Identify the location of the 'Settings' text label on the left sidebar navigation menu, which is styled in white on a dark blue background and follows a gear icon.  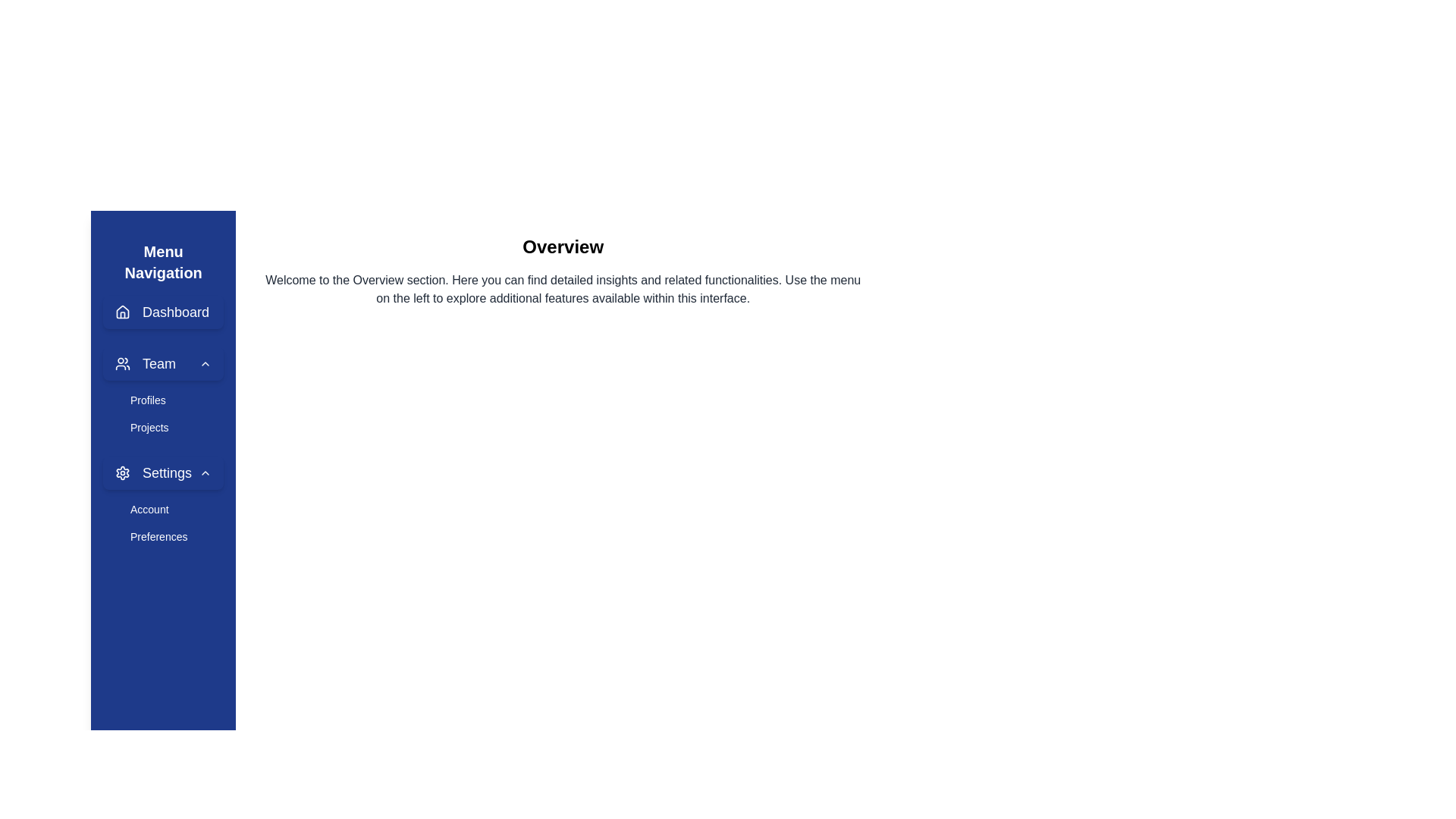
(171, 472).